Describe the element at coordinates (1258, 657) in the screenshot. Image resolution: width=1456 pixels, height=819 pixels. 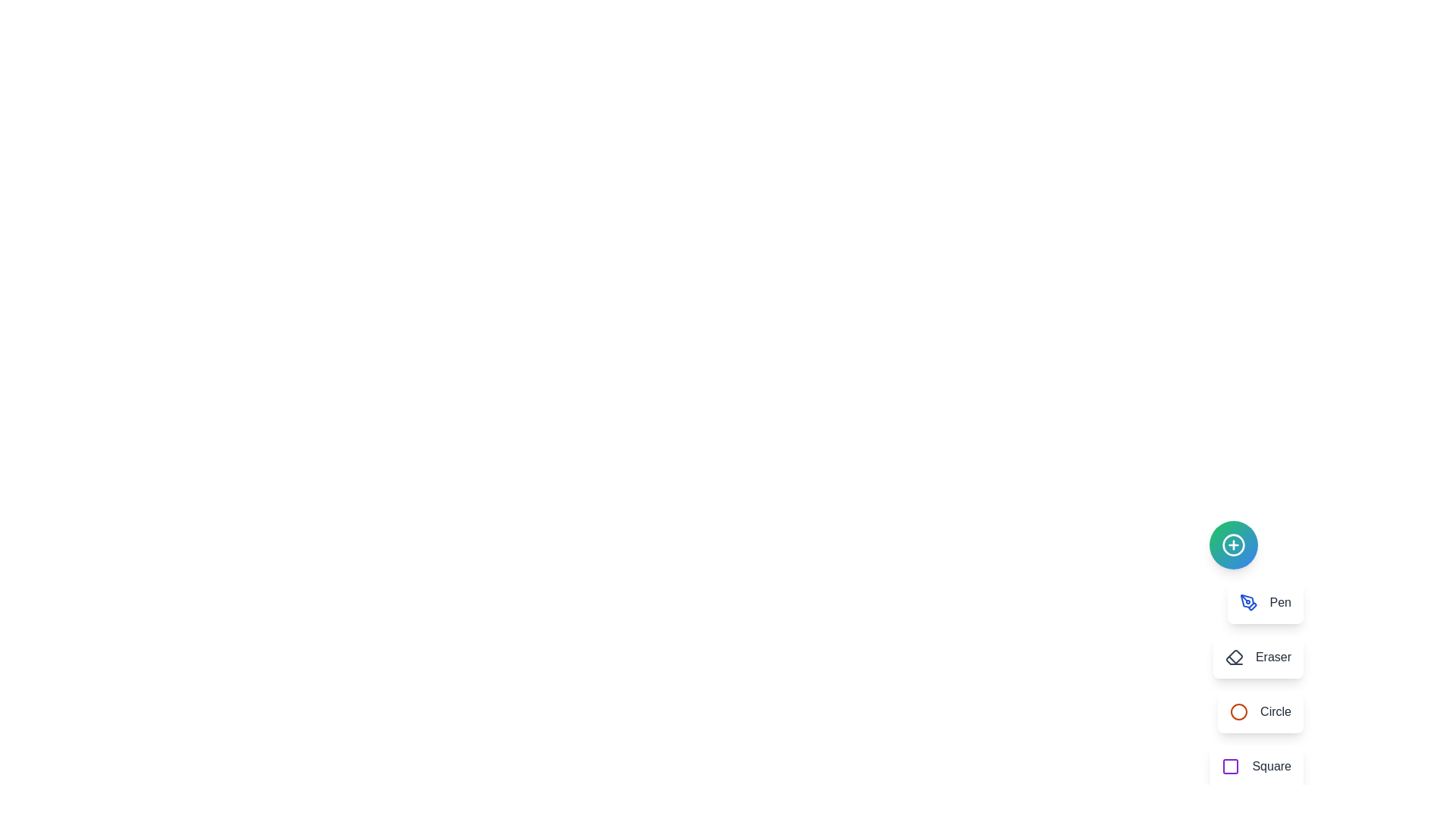
I see `the tool menu item labeled Eraser to see its animation` at that location.